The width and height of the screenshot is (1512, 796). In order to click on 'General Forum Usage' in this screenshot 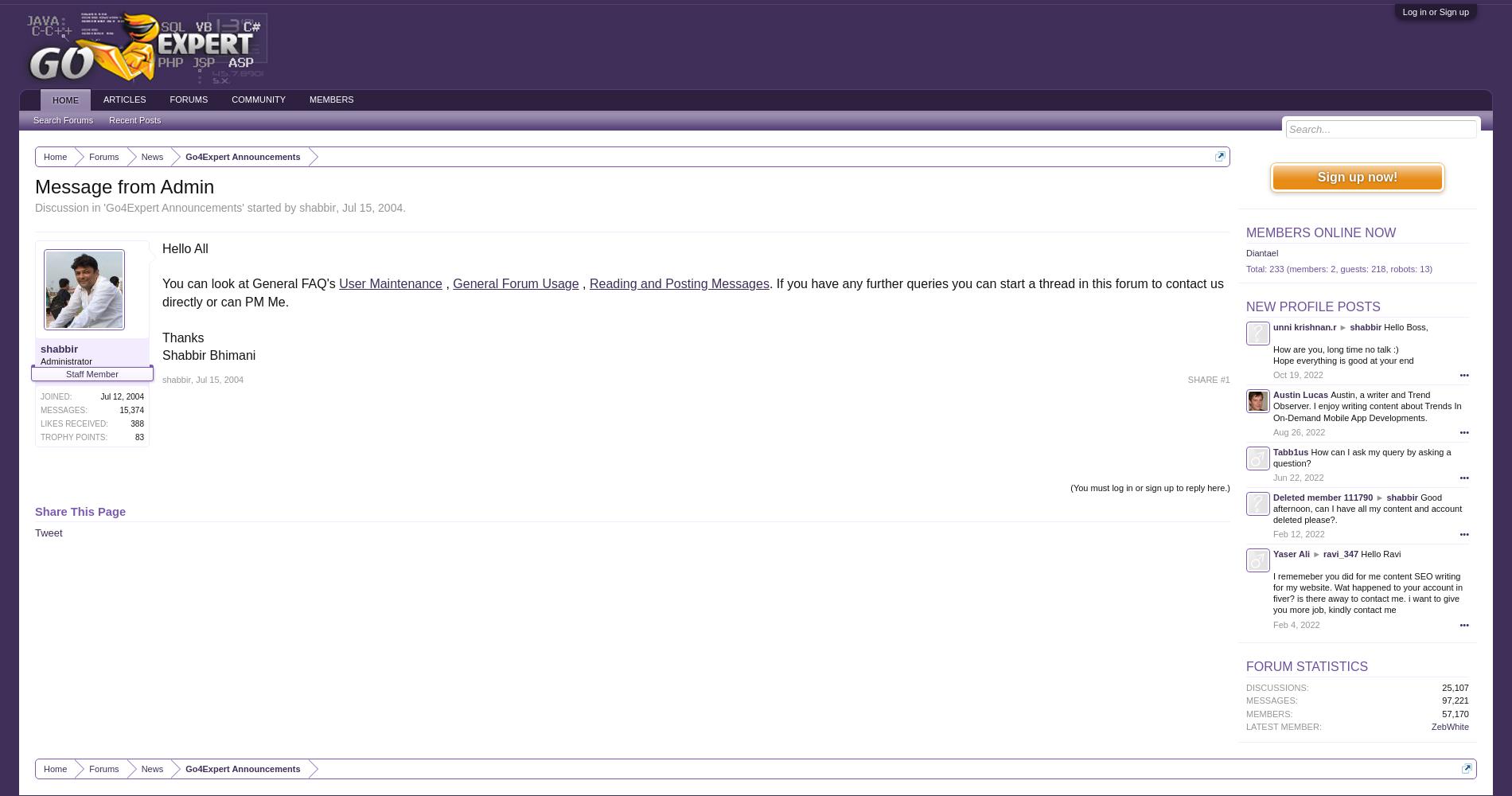, I will do `click(453, 283)`.